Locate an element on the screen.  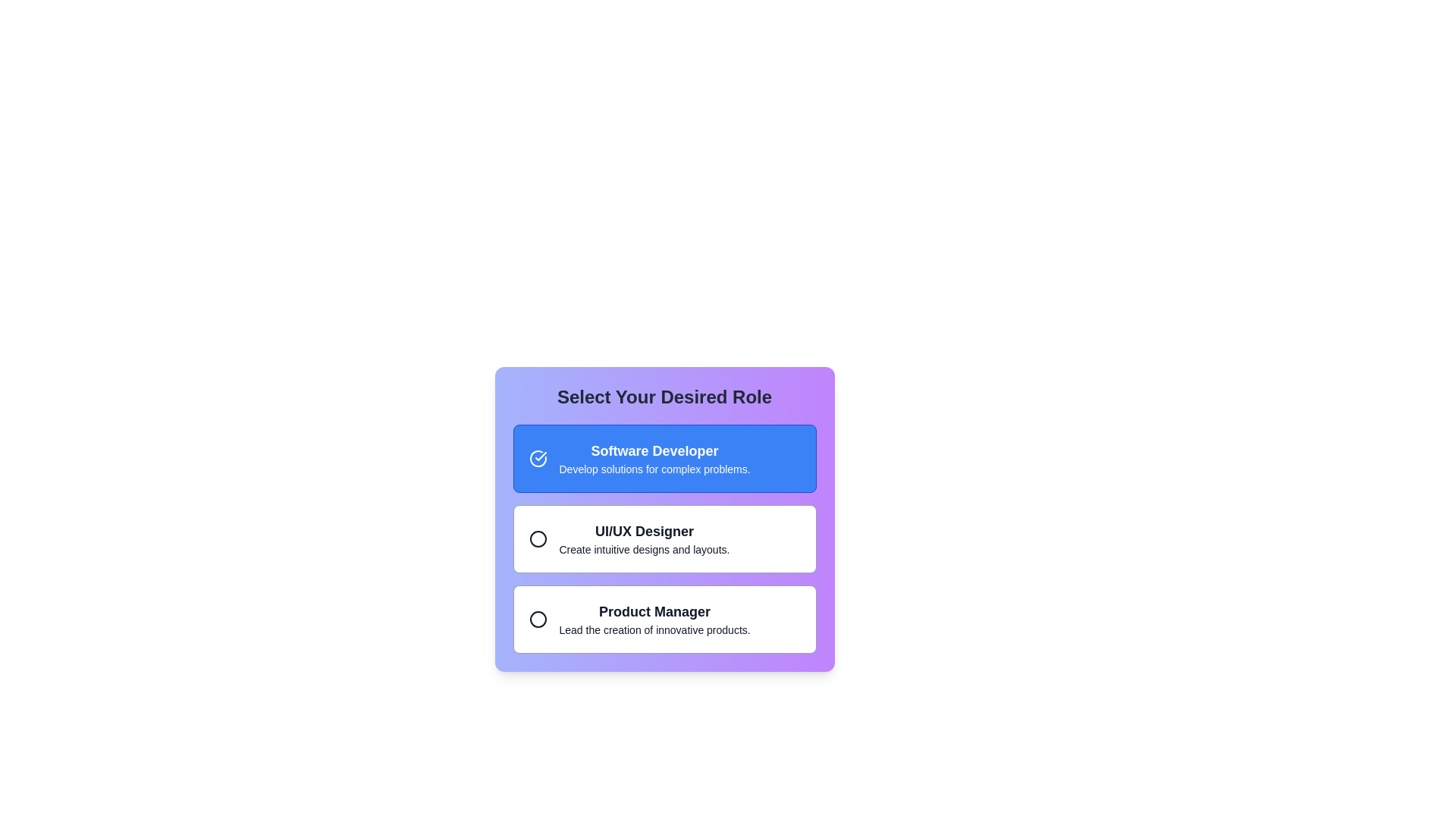
the prominently styled header text that reads 'Select Your Desired Role', which is located at the top of the selection card interface is located at coordinates (664, 397).